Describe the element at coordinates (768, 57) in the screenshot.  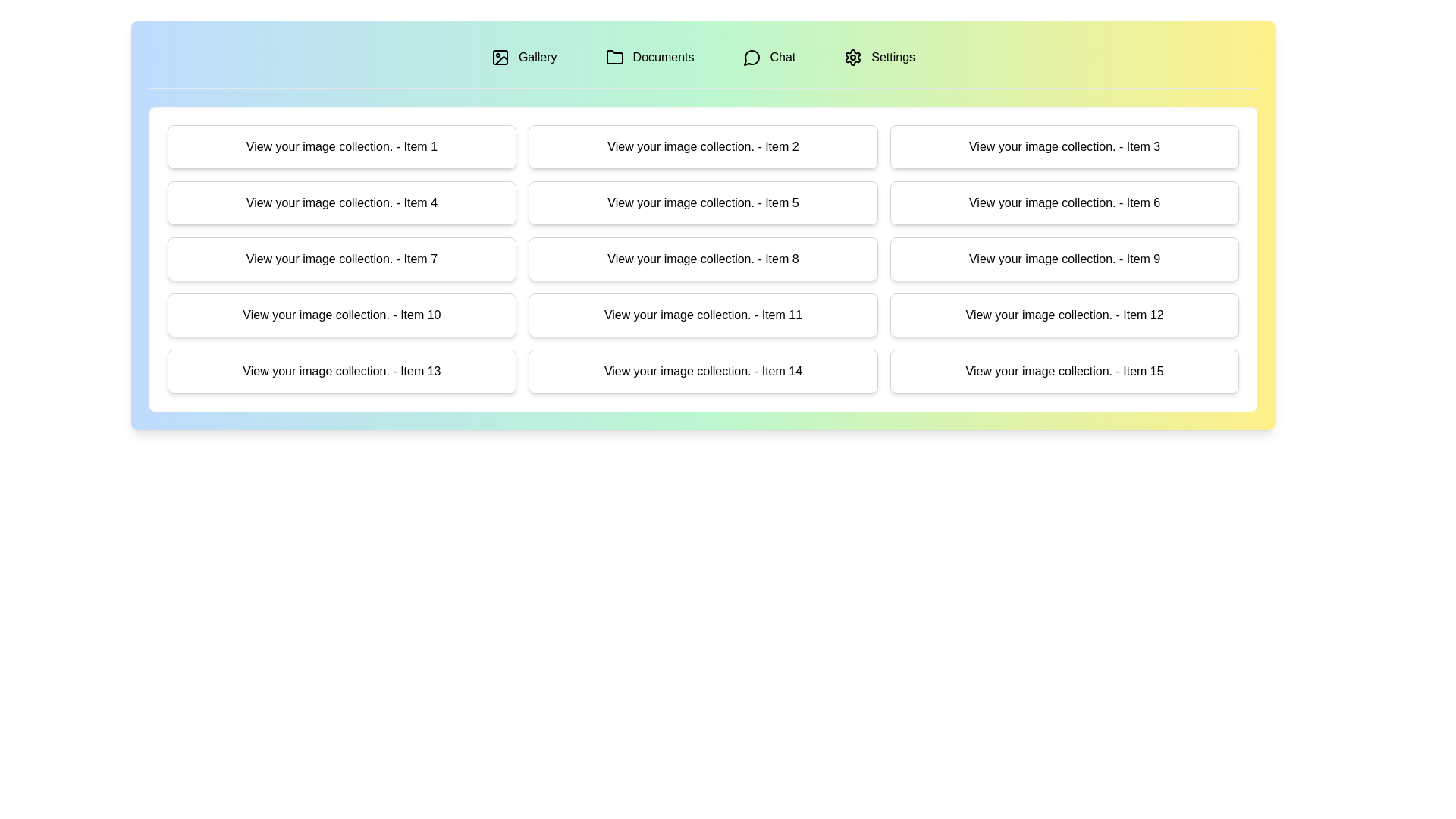
I see `the tab labeled Chat to preview its content` at that location.